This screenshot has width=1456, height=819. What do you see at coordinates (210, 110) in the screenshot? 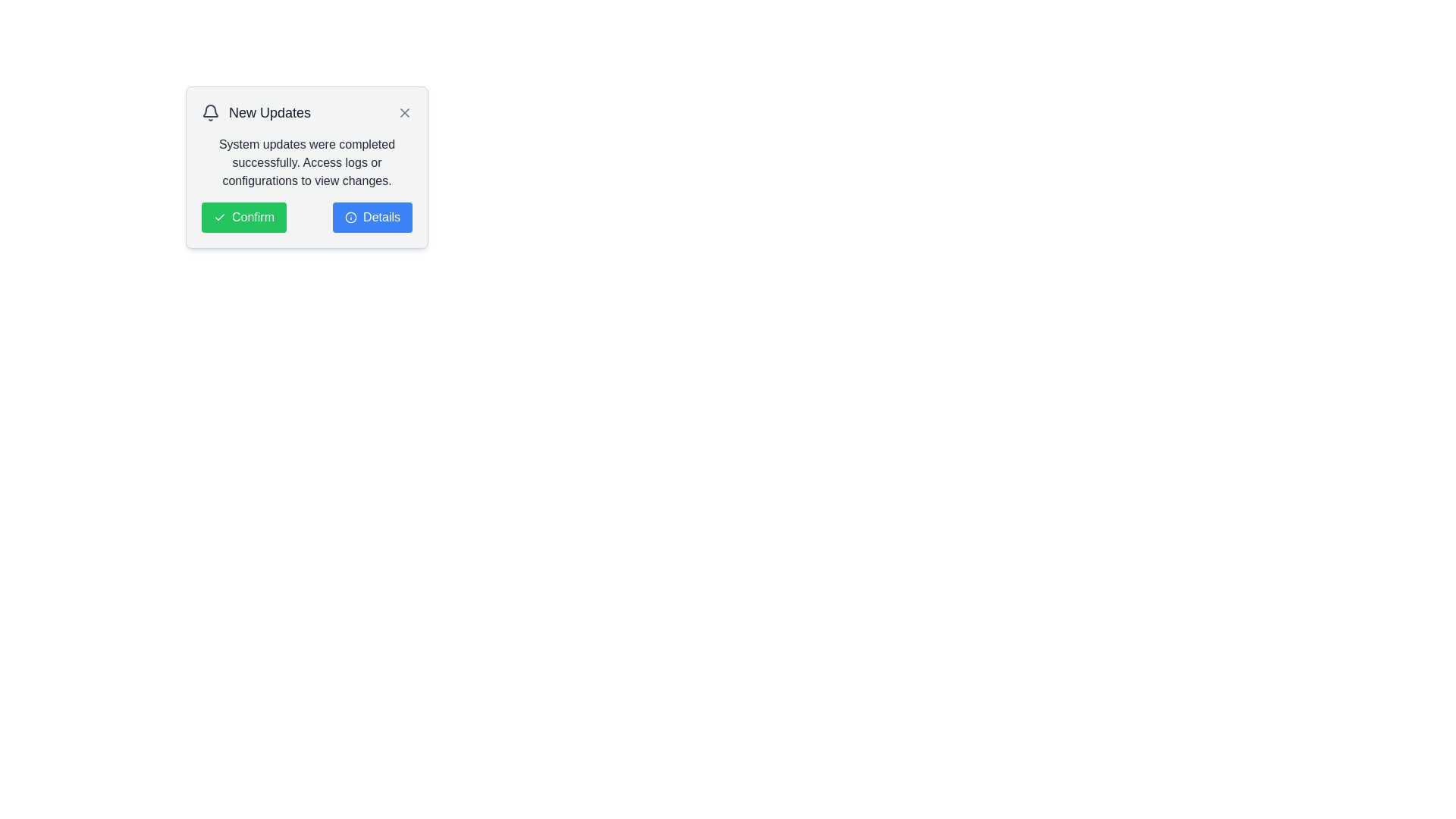
I see `the notification bell icon located in the top-left corner of the 'New Updates' modal` at bounding box center [210, 110].